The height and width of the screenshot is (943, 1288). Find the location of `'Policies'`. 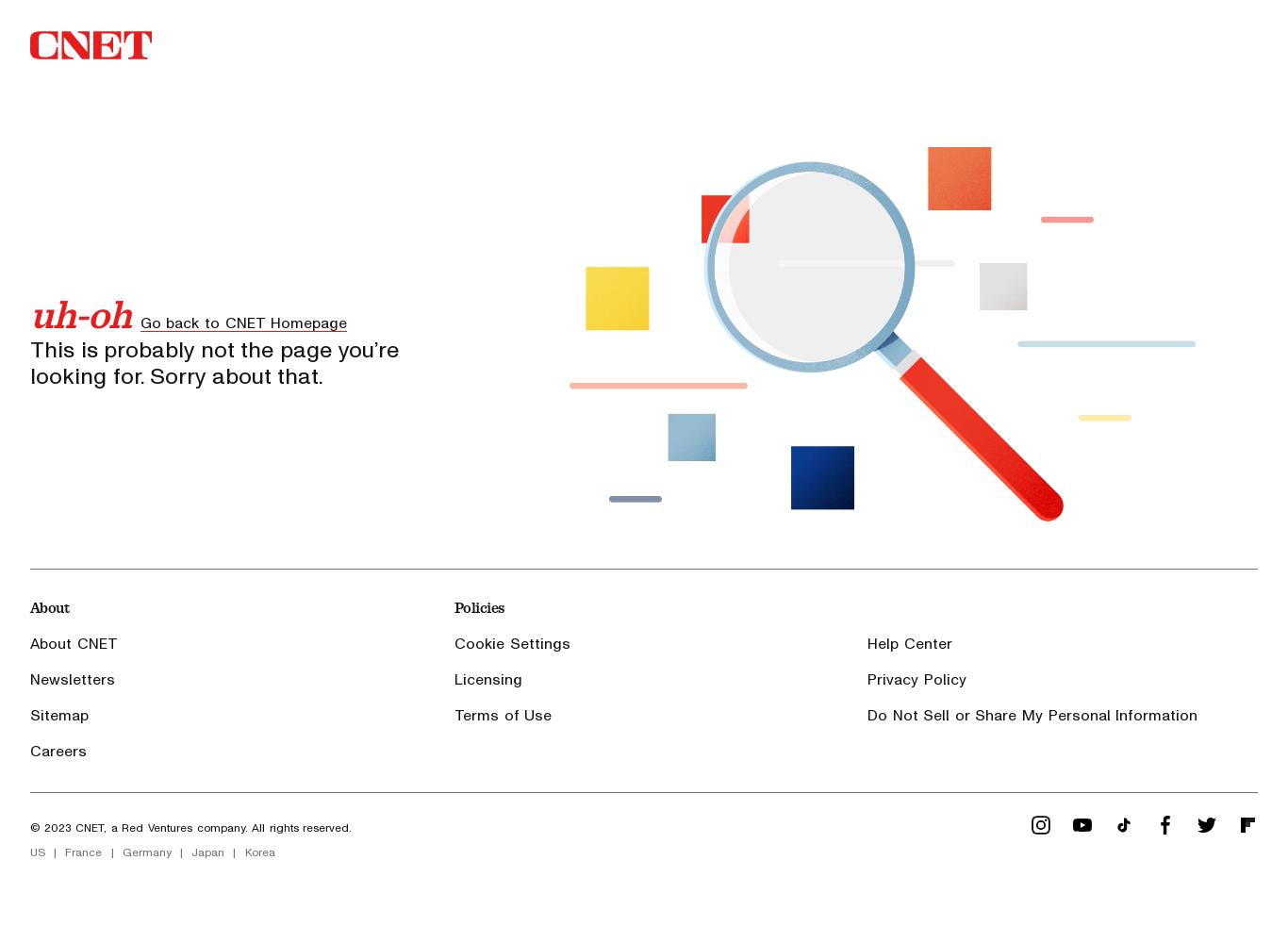

'Policies' is located at coordinates (479, 606).